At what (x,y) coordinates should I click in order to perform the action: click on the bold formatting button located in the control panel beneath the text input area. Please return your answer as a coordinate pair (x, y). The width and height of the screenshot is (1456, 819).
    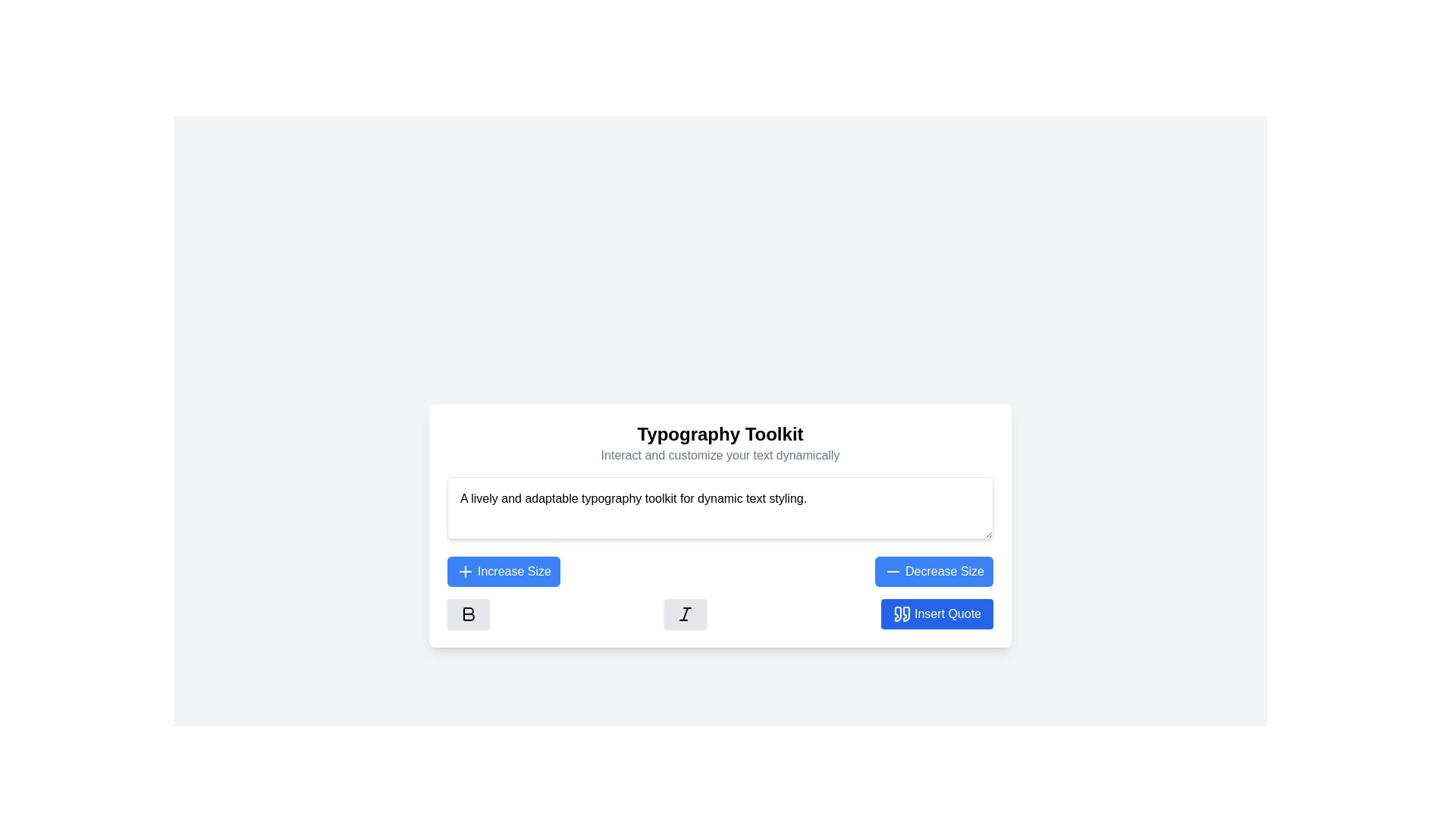
    Looking at the image, I should click on (468, 613).